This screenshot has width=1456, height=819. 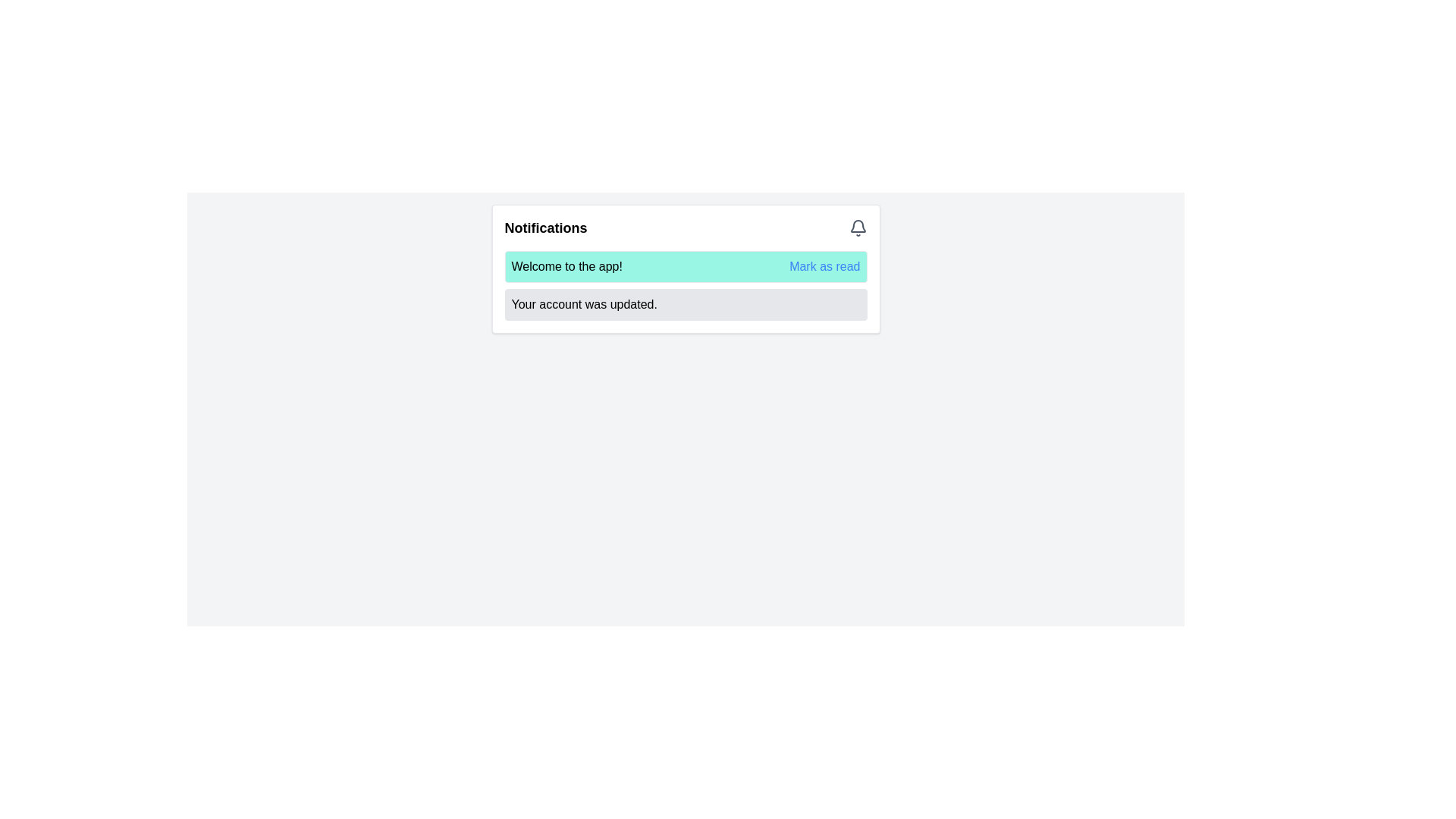 What do you see at coordinates (685, 268) in the screenshot?
I see `the first notification card in the upper half of the notification list to mark it as read` at bounding box center [685, 268].